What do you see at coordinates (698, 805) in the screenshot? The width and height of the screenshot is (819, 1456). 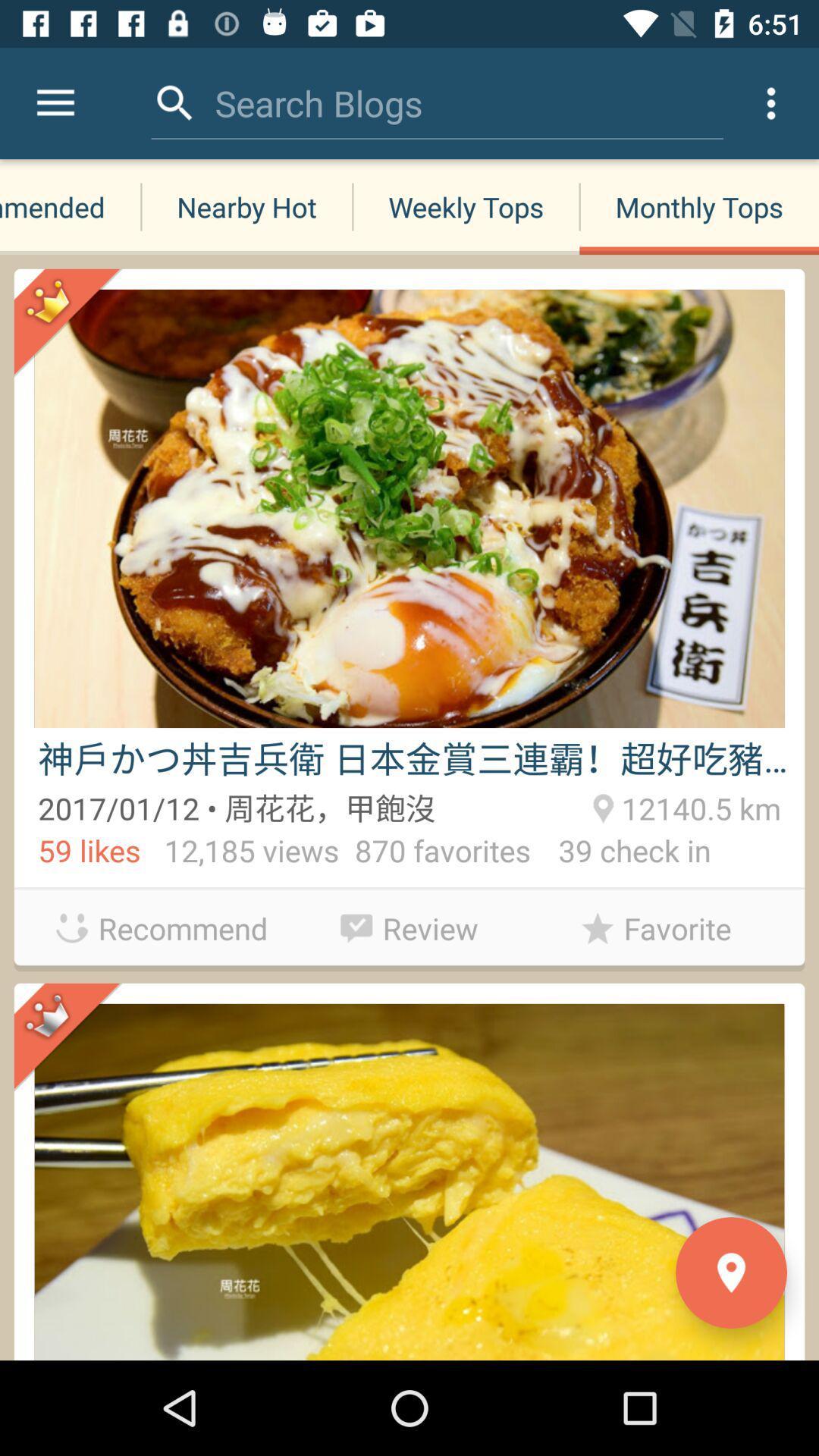 I see `the icon next to 2017 01 12 icon` at bounding box center [698, 805].